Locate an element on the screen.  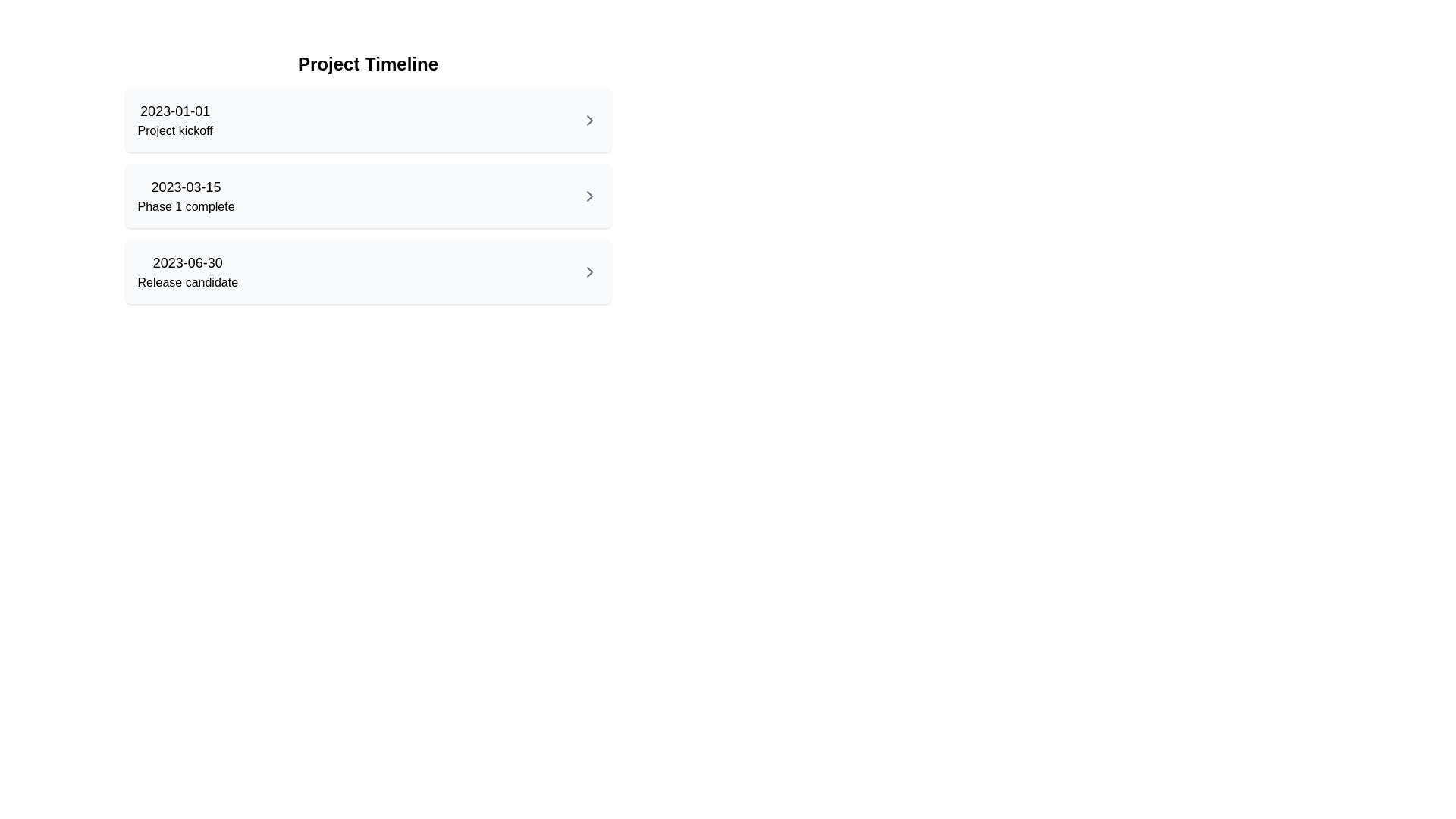
text label 'Phase 1 complete' located below the date '2023-03-15' in the timeline section is located at coordinates (185, 207).